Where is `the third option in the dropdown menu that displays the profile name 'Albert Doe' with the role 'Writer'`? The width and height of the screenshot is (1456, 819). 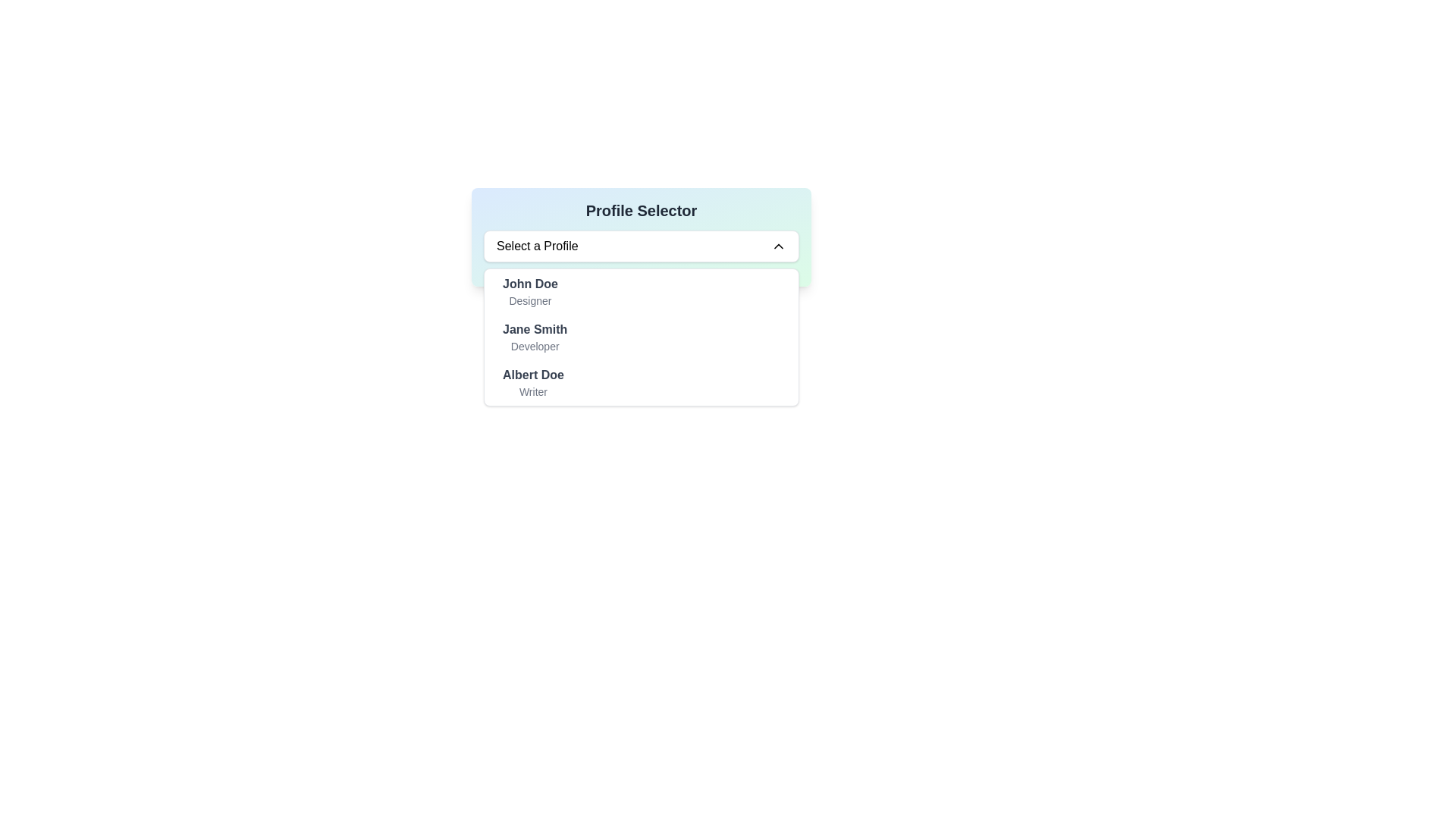
the third option in the dropdown menu that displays the profile name 'Albert Doe' with the role 'Writer' is located at coordinates (533, 375).